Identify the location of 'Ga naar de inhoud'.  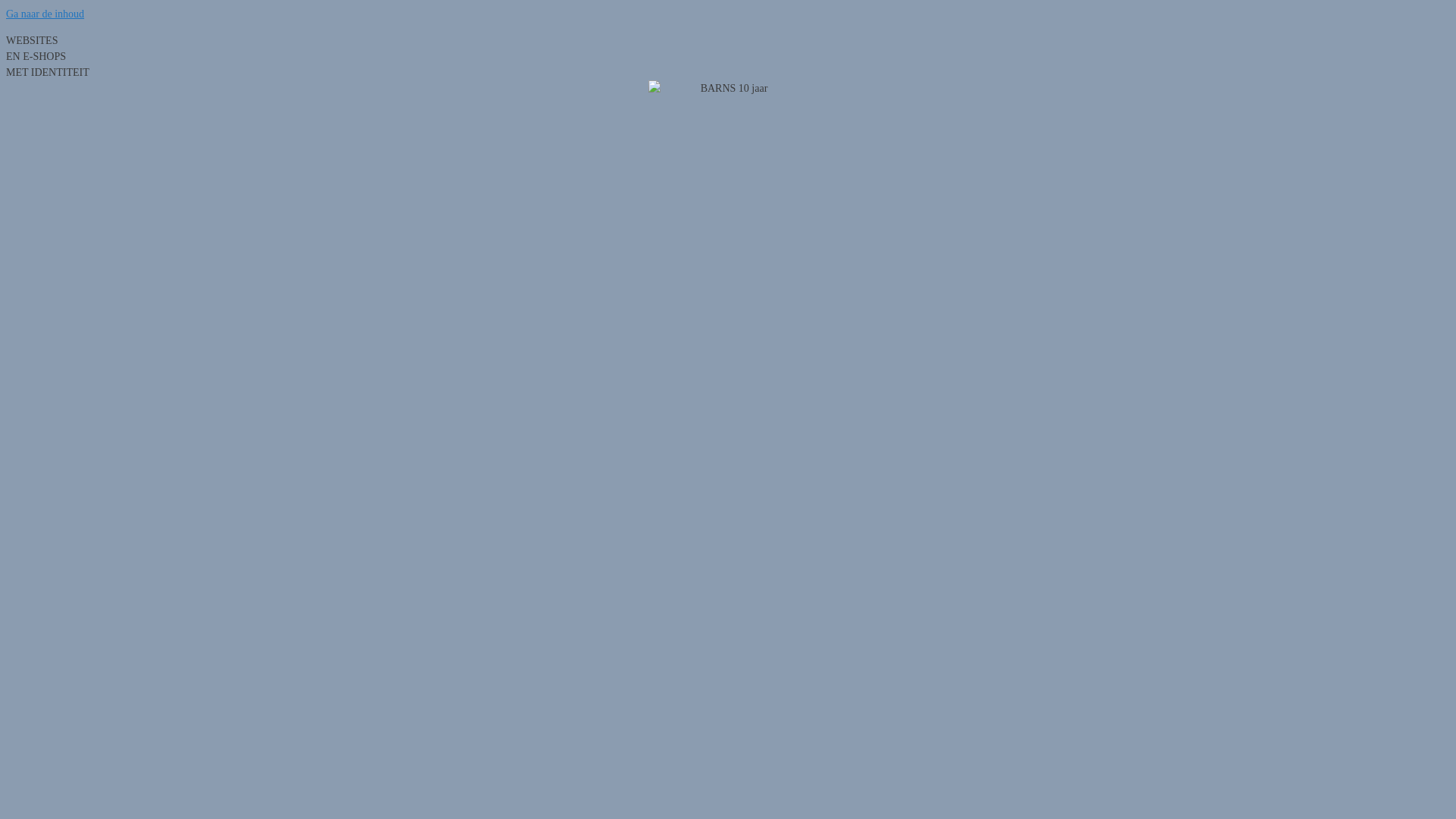
(45, 14).